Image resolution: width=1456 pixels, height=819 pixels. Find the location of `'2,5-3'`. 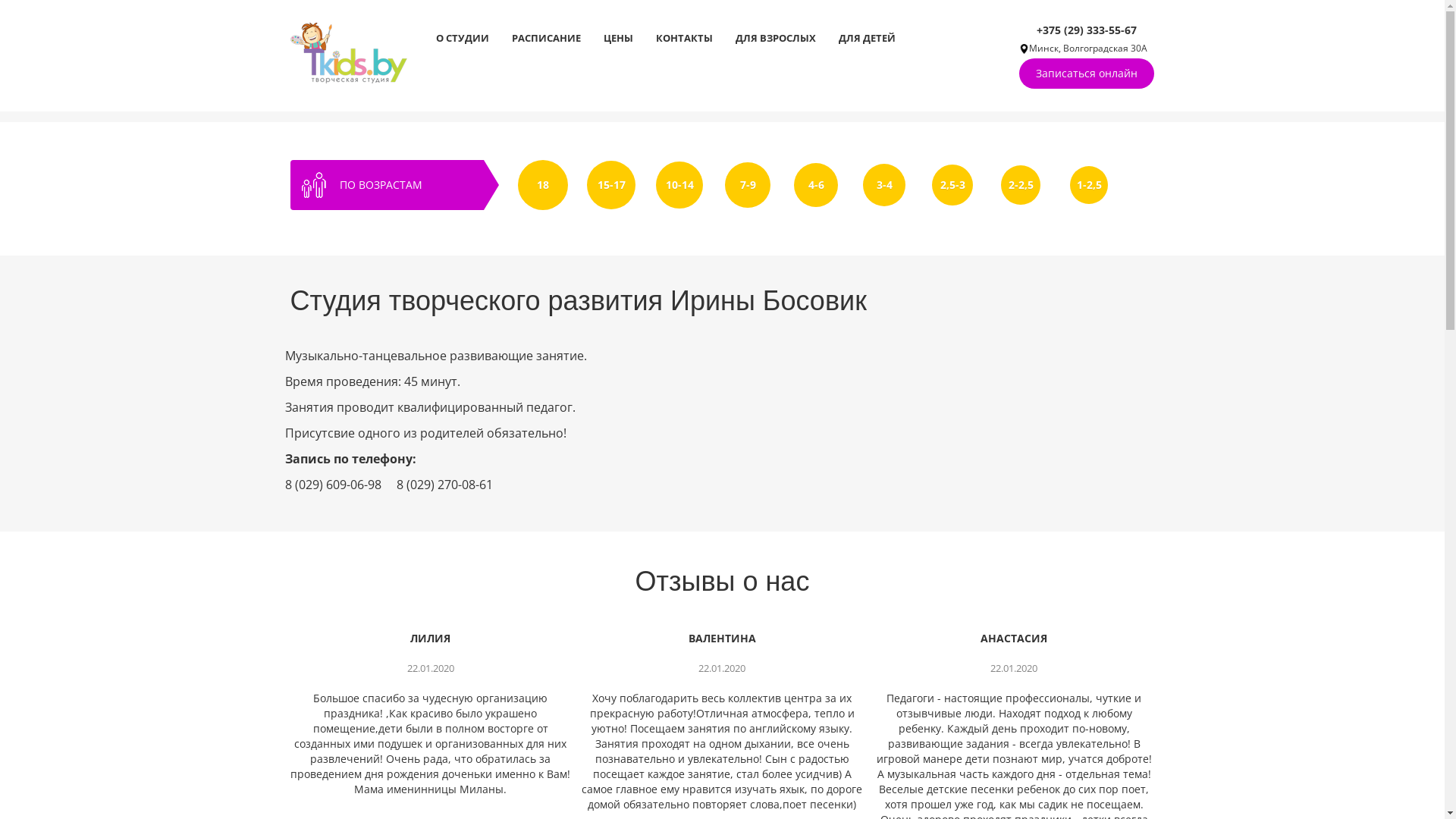

'2,5-3' is located at coordinates (952, 184).